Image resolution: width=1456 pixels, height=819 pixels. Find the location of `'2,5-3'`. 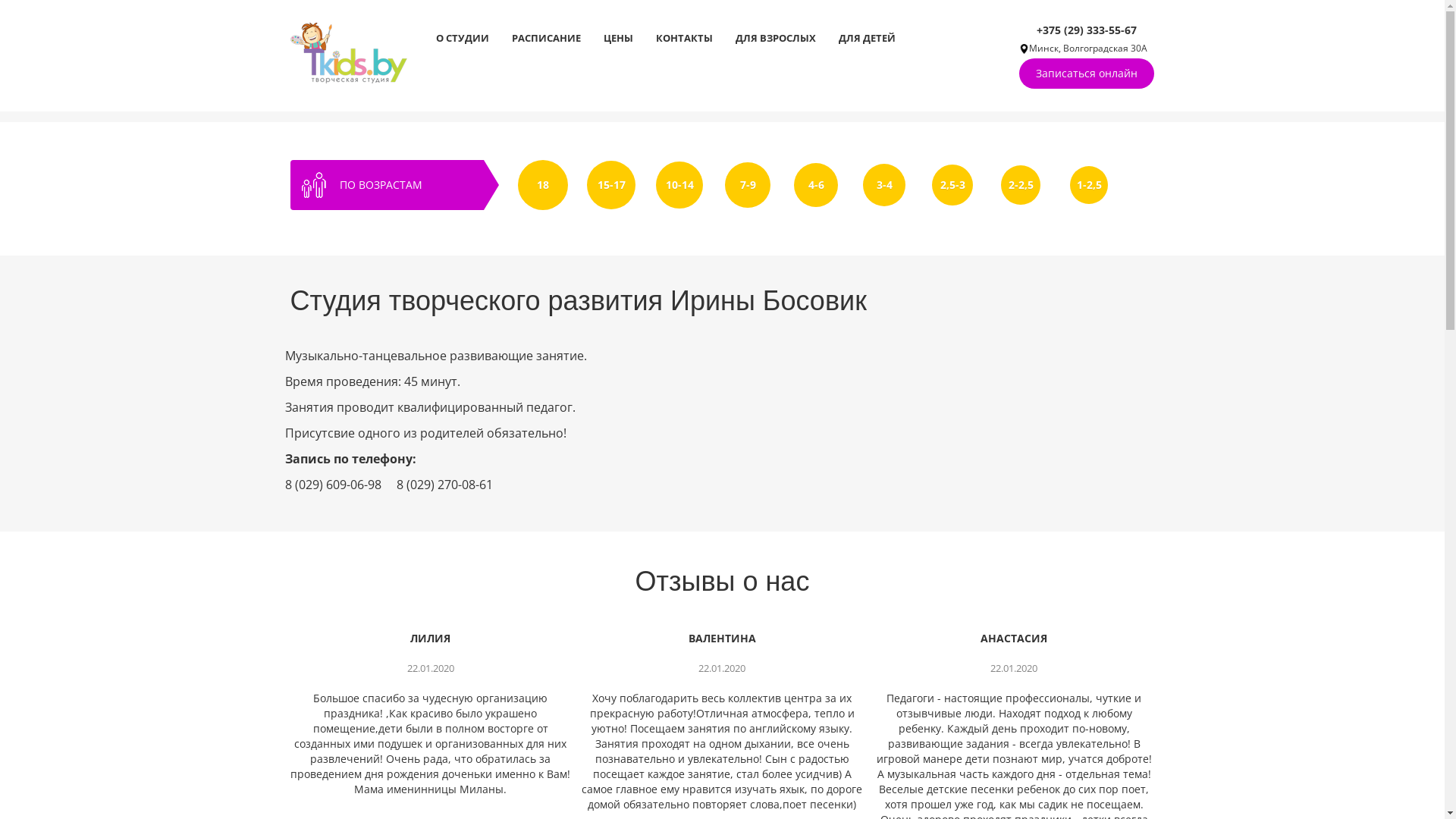

'2,5-3' is located at coordinates (952, 184).